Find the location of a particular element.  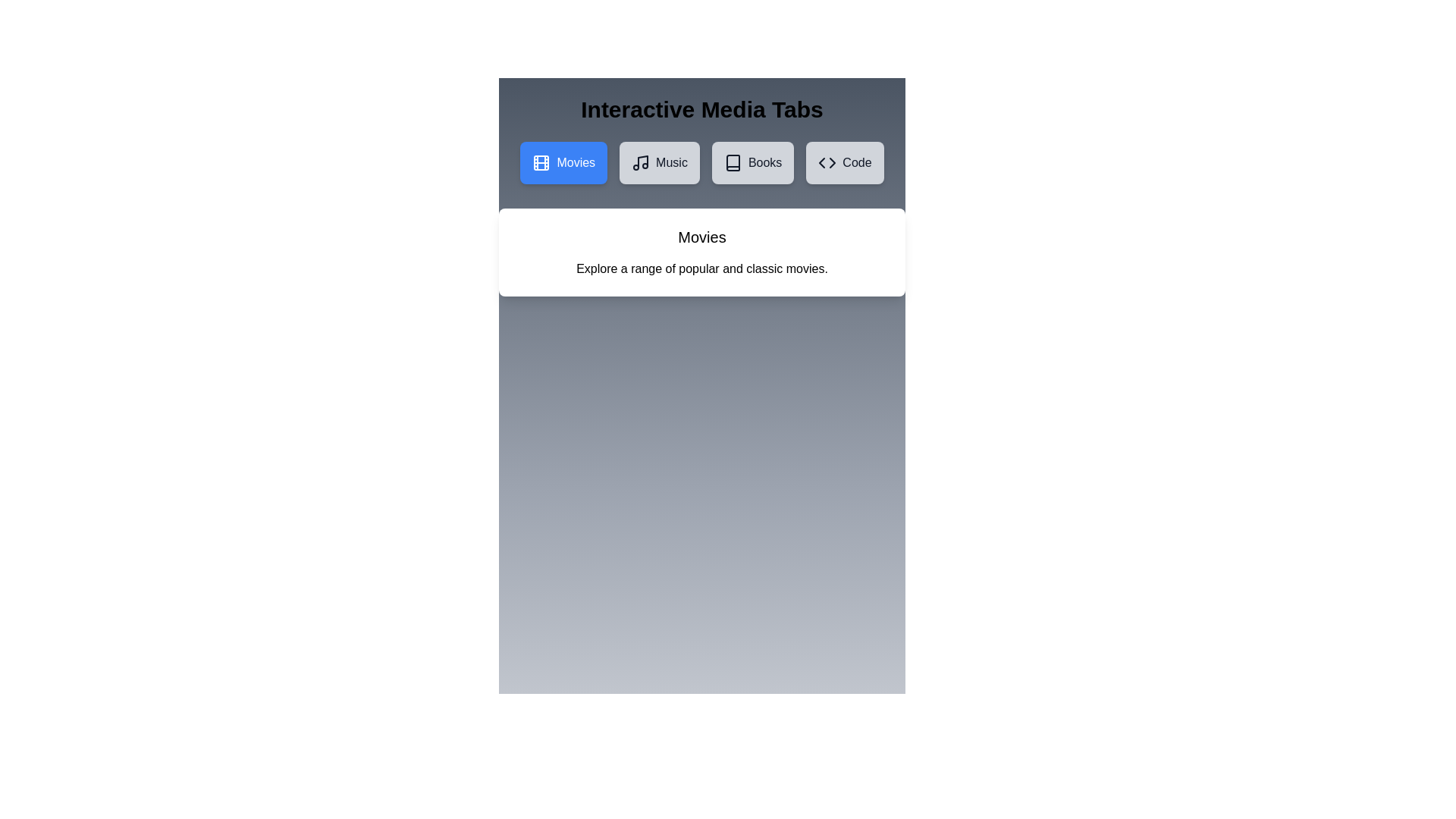

the Movies tab by clicking the respective tab button is located at coordinates (563, 163).